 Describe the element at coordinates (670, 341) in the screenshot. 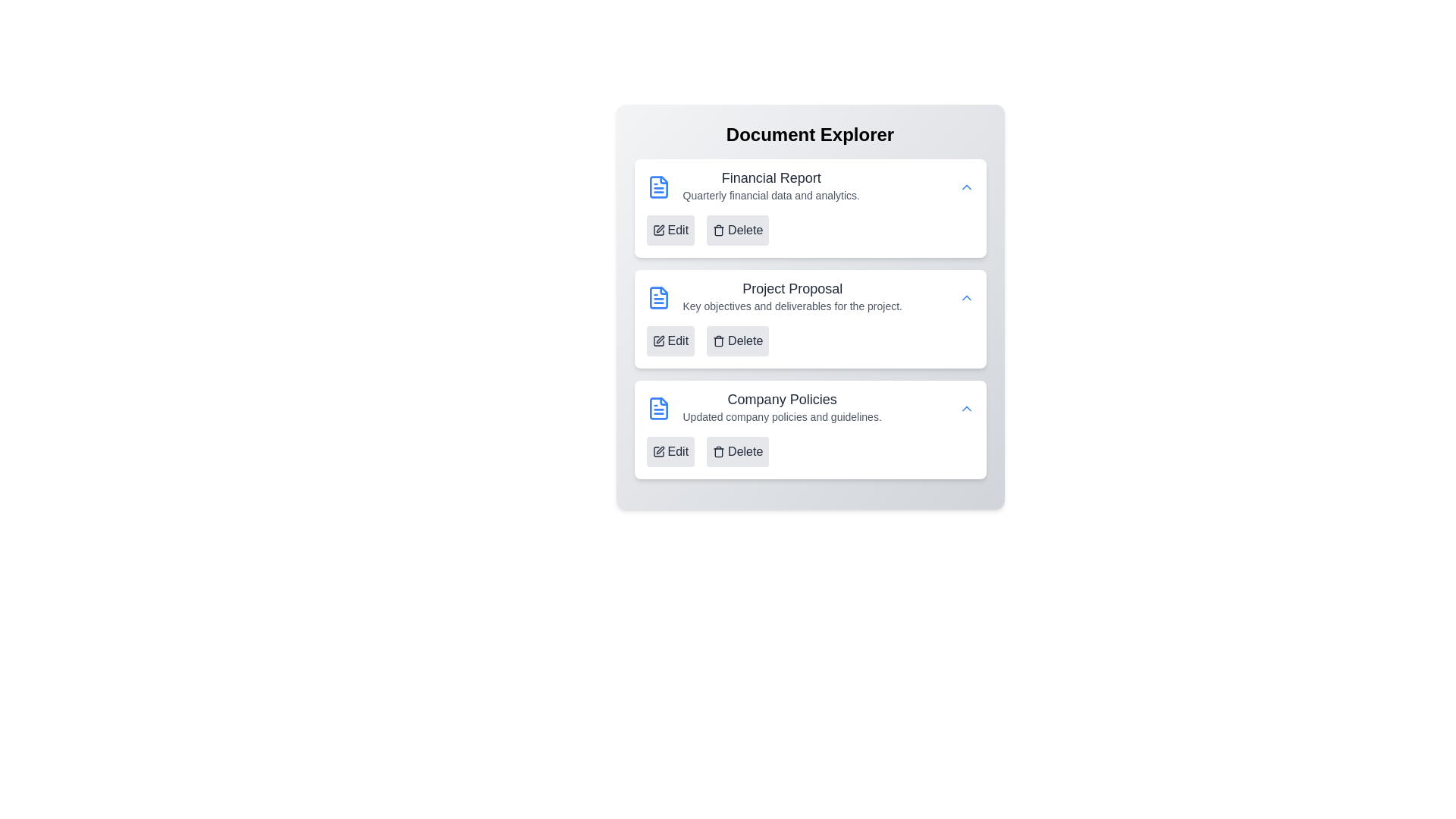

I see `the 'Edit' button for the document titled Project Proposal` at that location.